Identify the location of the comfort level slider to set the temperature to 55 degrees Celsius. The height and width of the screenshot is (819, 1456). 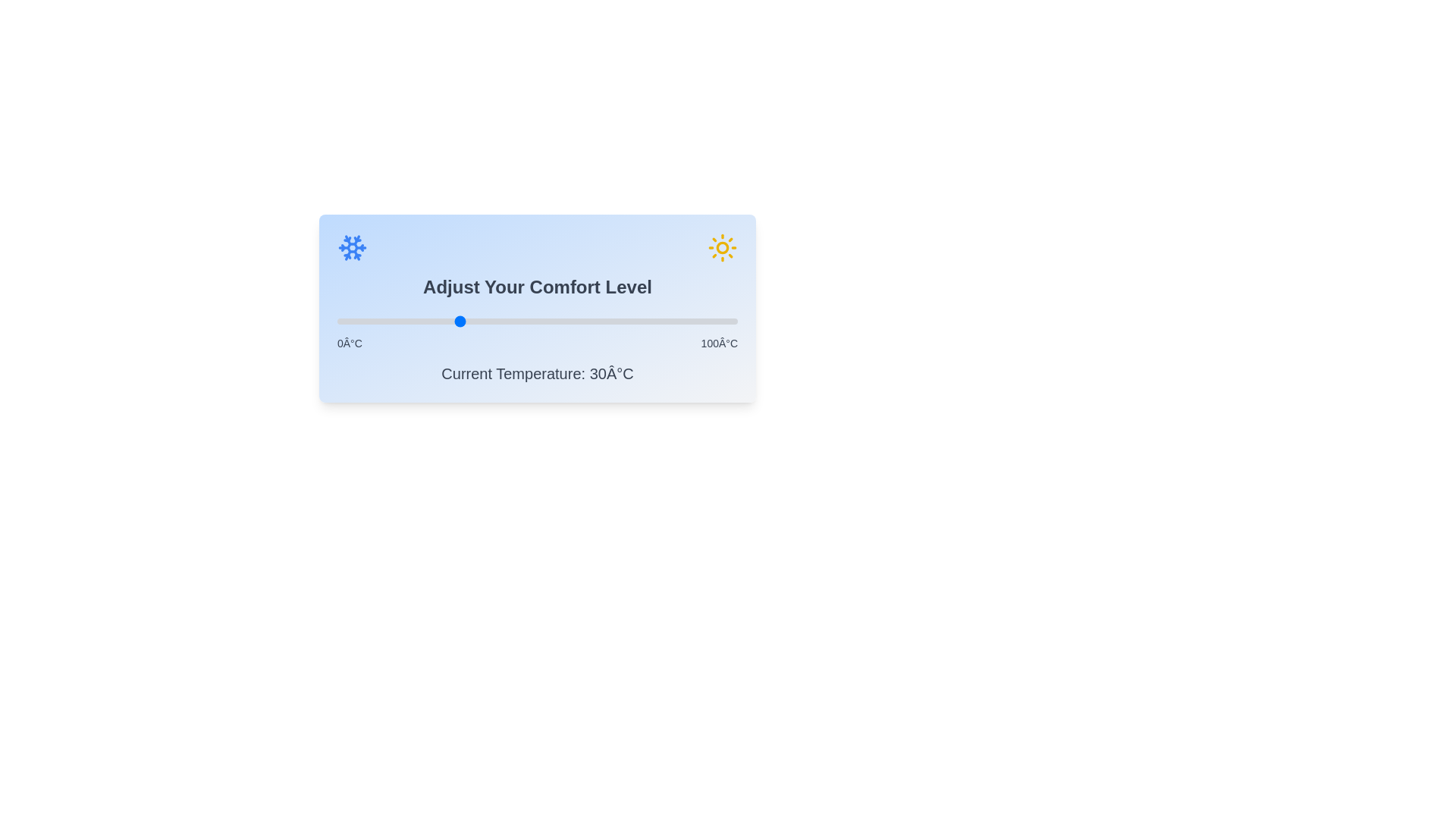
(557, 321).